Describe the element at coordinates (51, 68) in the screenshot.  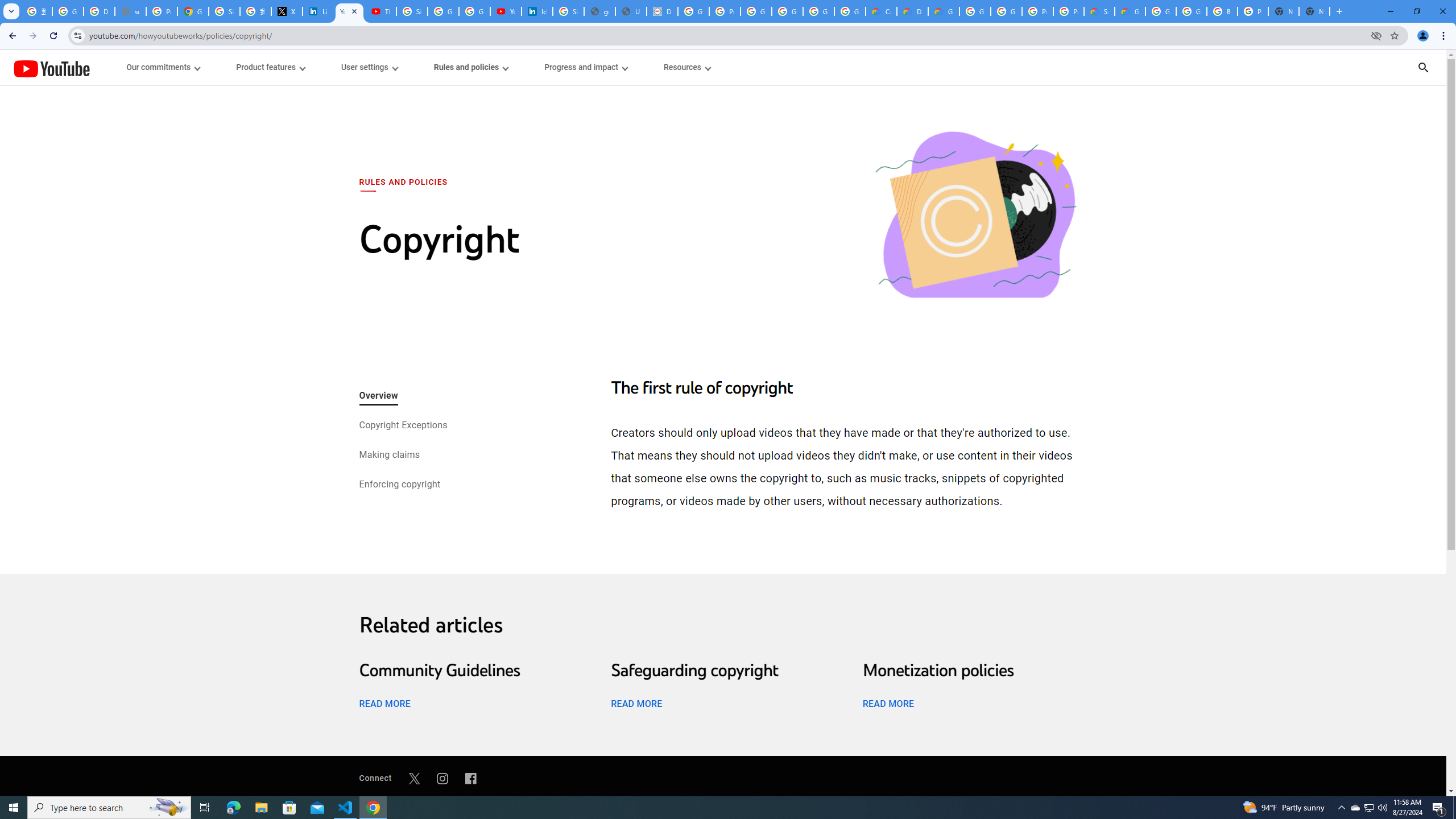
I see `'YouTube'` at that location.